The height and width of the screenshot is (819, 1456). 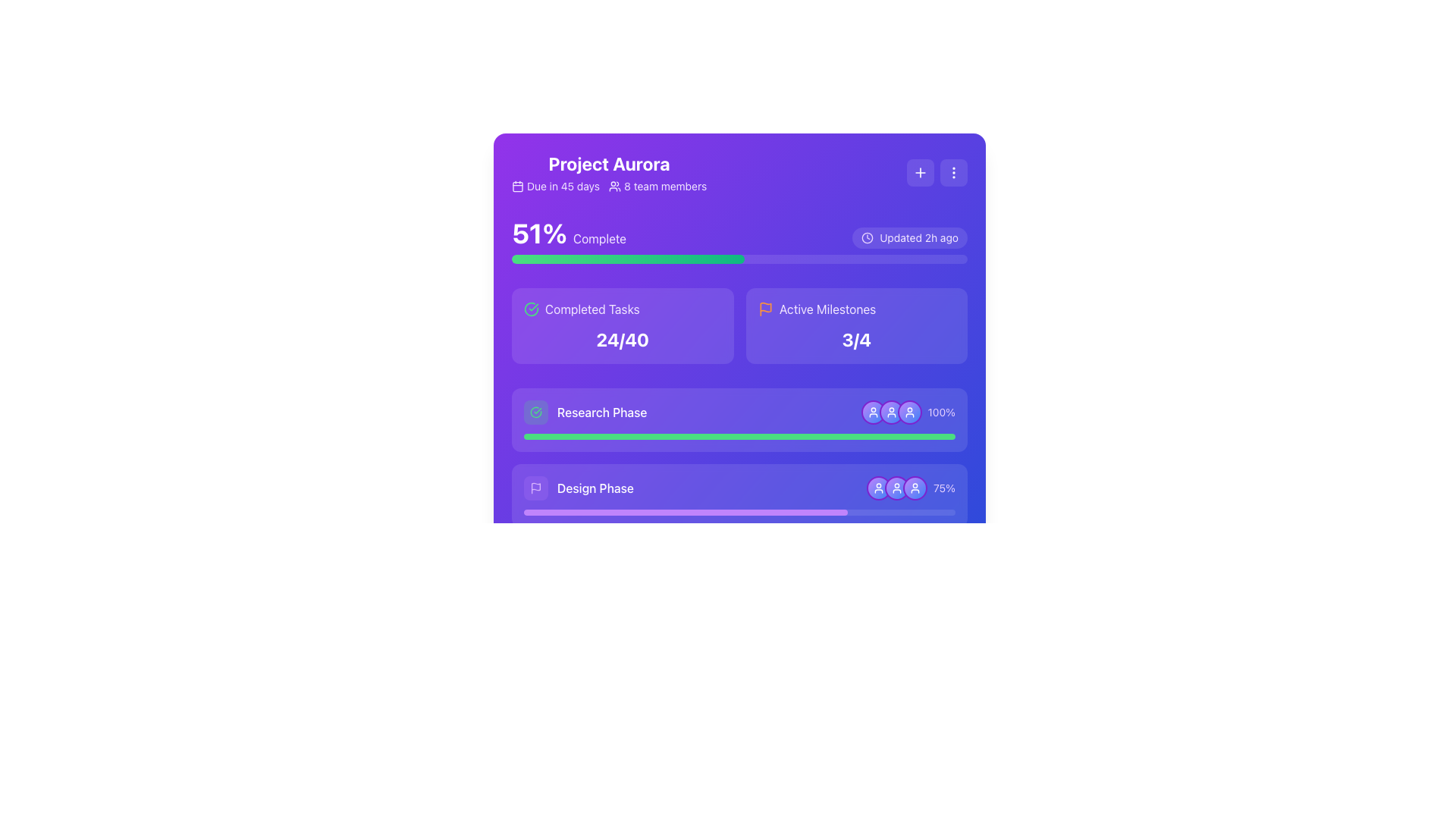 I want to click on the Info block containing the text 'Testing' and a purple flag icon by moving the cursor to its center point, so click(x=560, y=640).